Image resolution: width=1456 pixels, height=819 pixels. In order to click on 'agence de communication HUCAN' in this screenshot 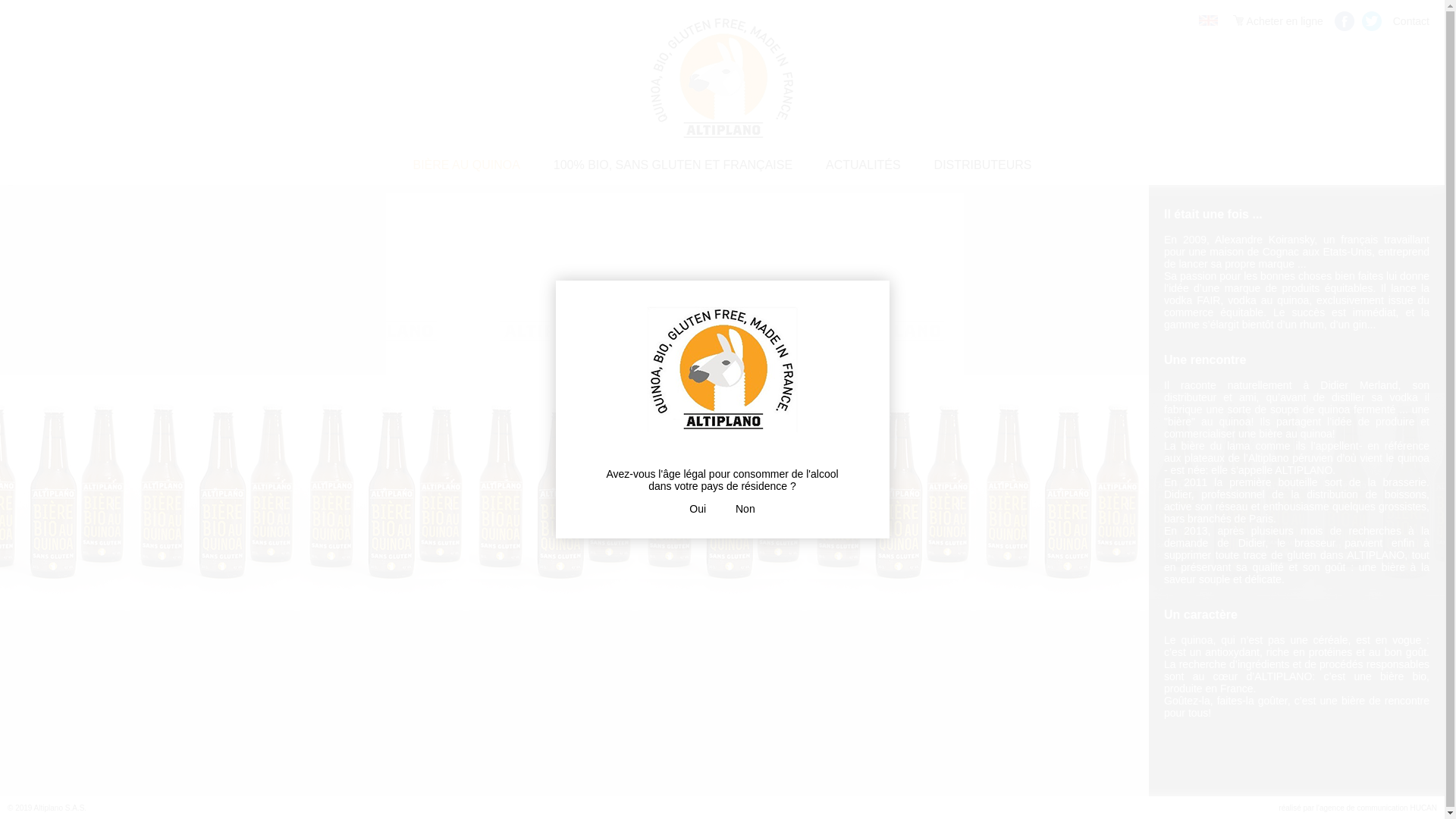, I will do `click(1378, 807)`.